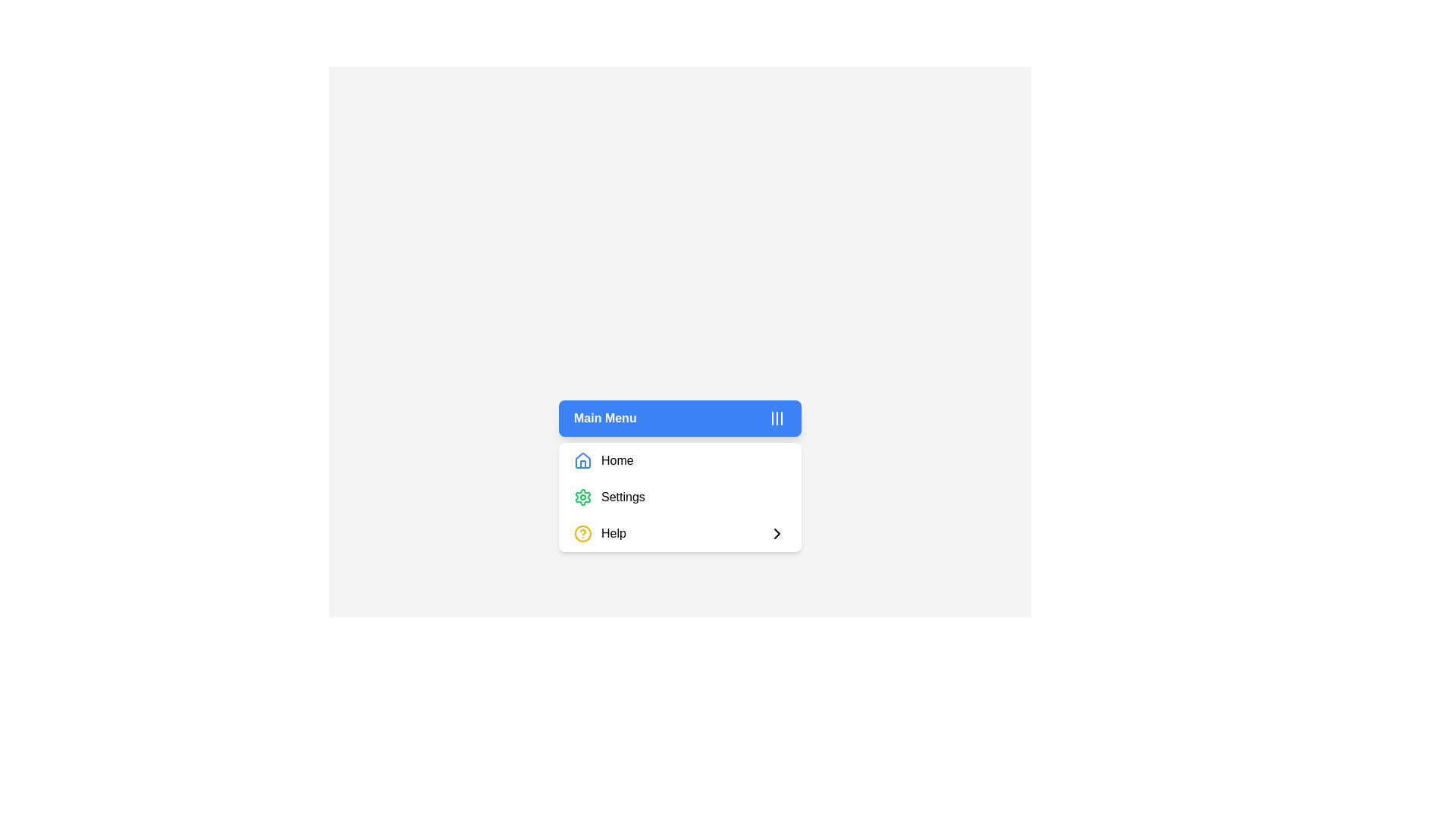 The width and height of the screenshot is (1456, 819). What do you see at coordinates (679, 460) in the screenshot?
I see `the 'Home' menu option, which is the first item in a vertical menu list on a white card-like structure` at bounding box center [679, 460].